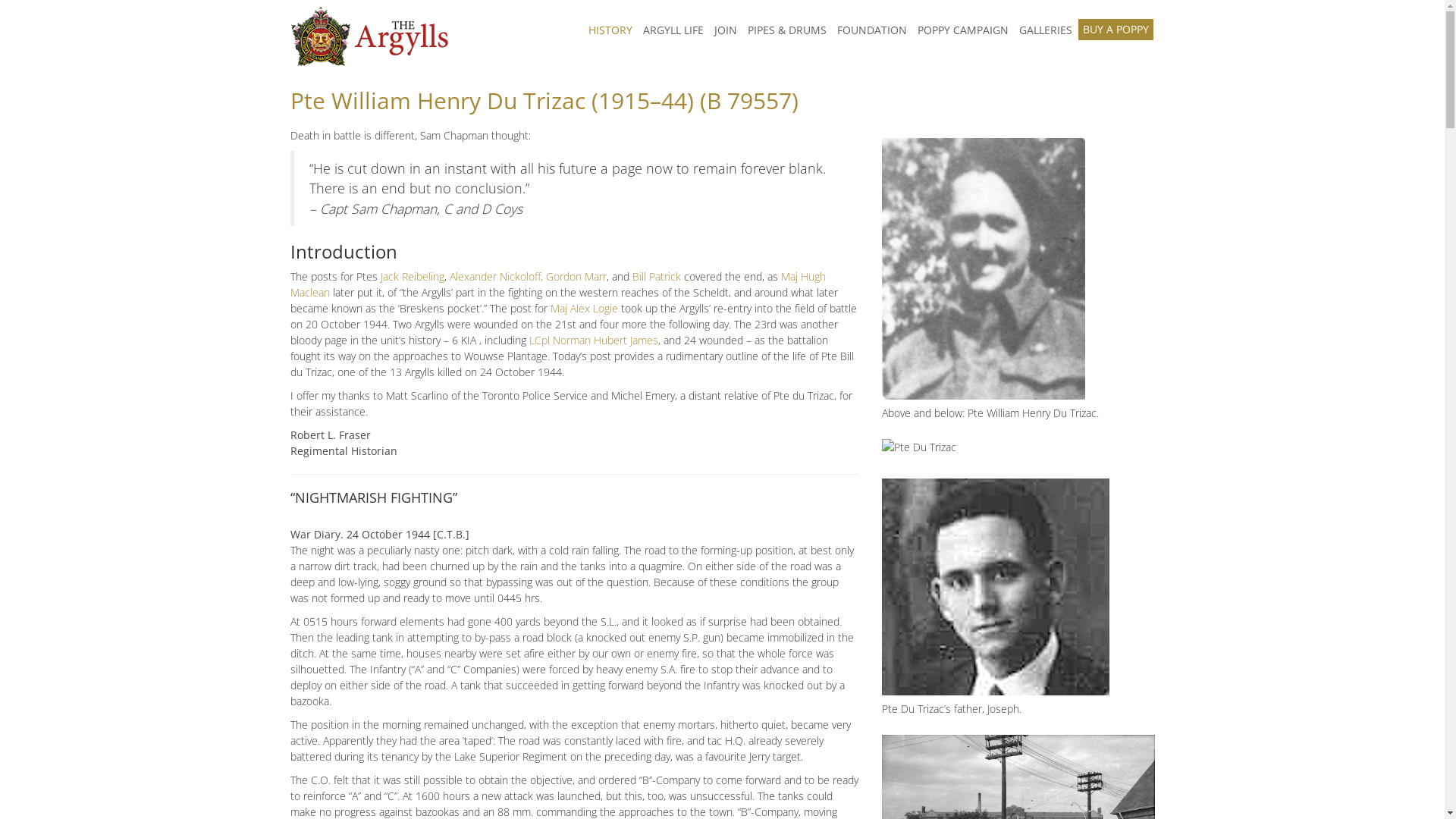  Describe the element at coordinates (582, 30) in the screenshot. I see `'HISTORY'` at that location.